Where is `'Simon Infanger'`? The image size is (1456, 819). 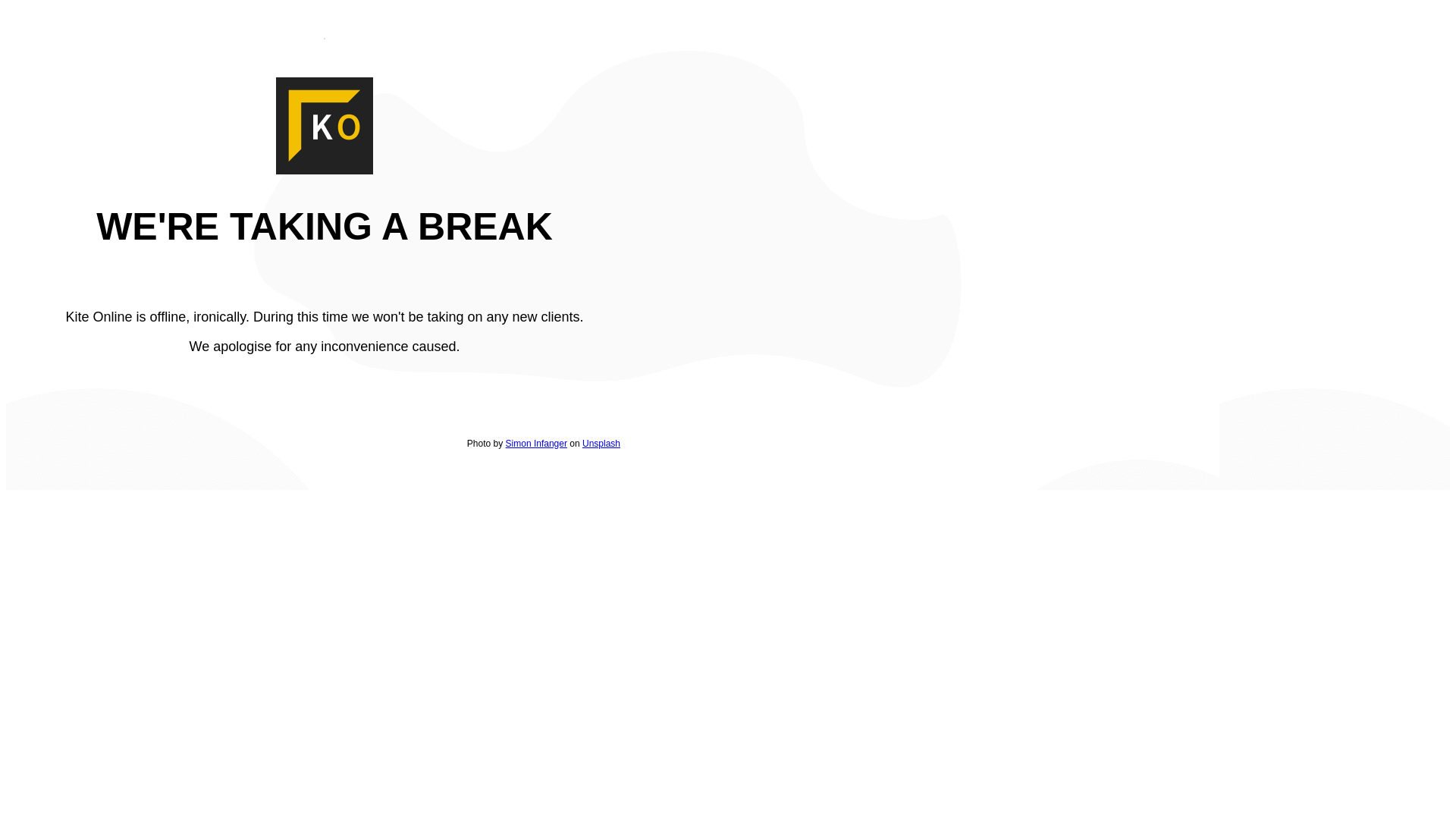 'Simon Infanger' is located at coordinates (536, 444).